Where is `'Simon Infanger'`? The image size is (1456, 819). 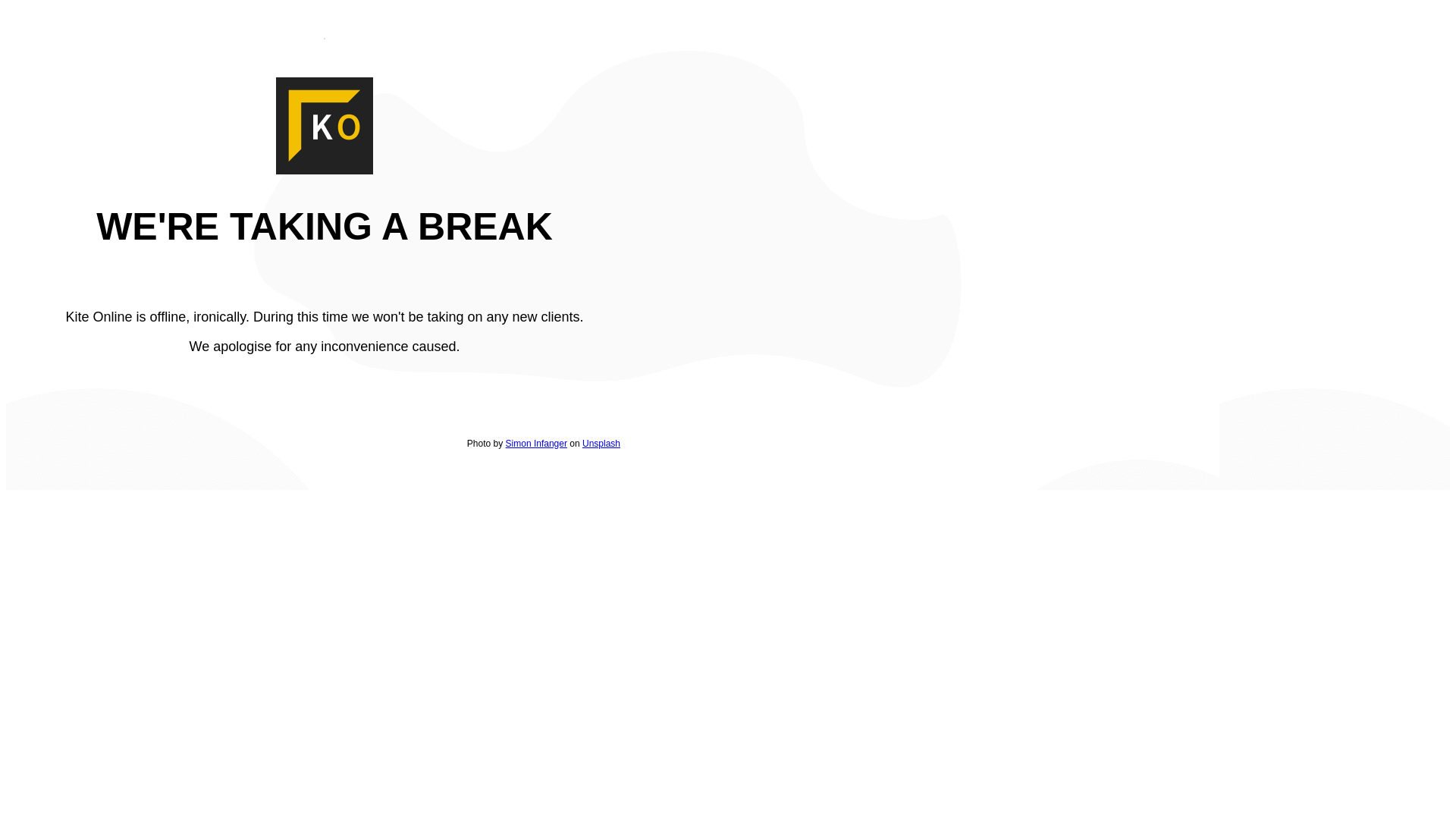 'Simon Infanger' is located at coordinates (536, 444).